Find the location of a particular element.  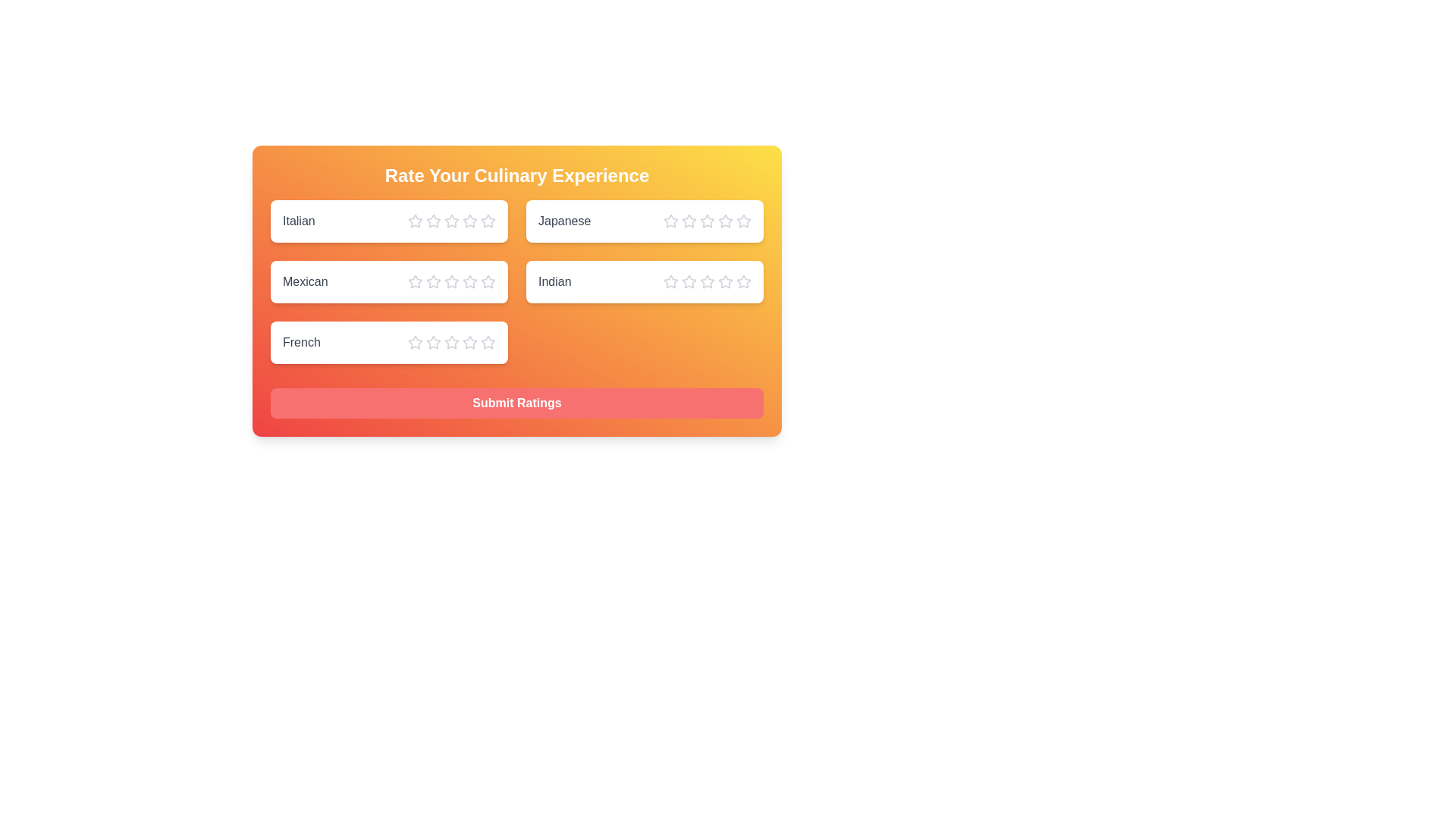

the star corresponding to the rating 4 for the cuisine French is located at coordinates (469, 342).